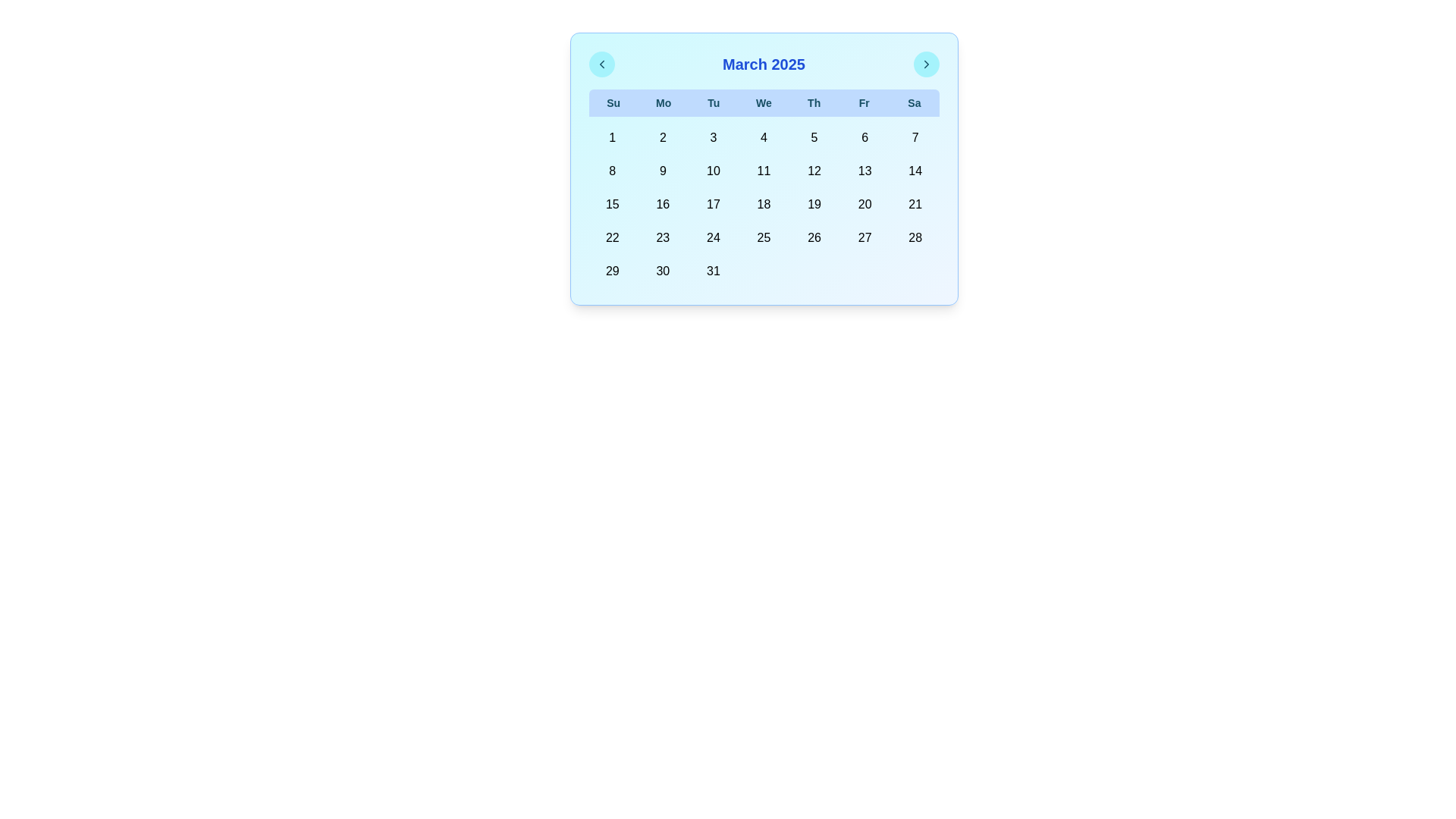 The height and width of the screenshot is (819, 1456). What do you see at coordinates (925, 63) in the screenshot?
I see `the right-facing chevron icon with a thin outline and cyan accents located in the top right corner of the calendar interface` at bounding box center [925, 63].